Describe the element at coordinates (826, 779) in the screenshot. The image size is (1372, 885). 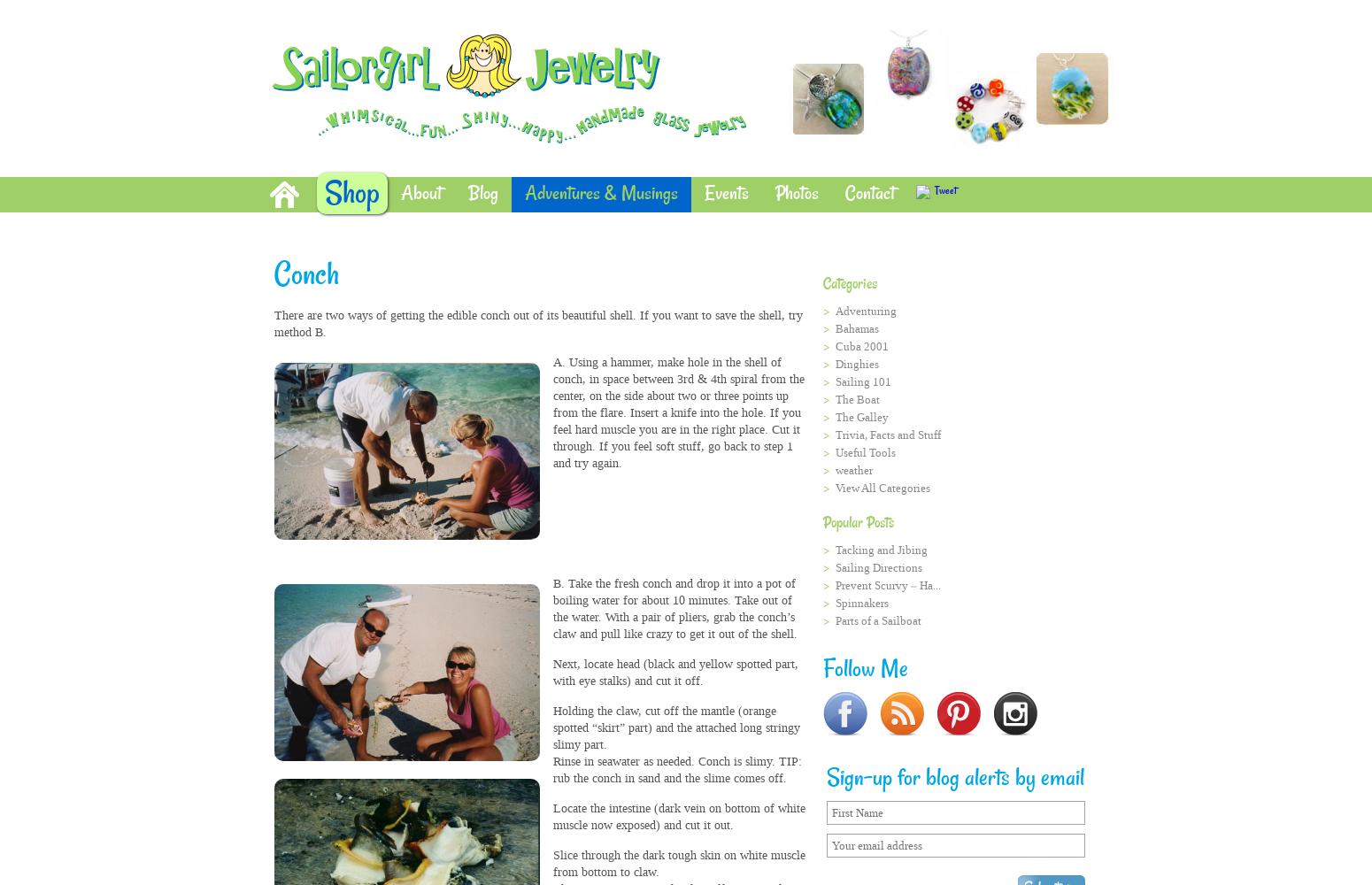
I see `'Sign-up for blog alerts by email'` at that location.